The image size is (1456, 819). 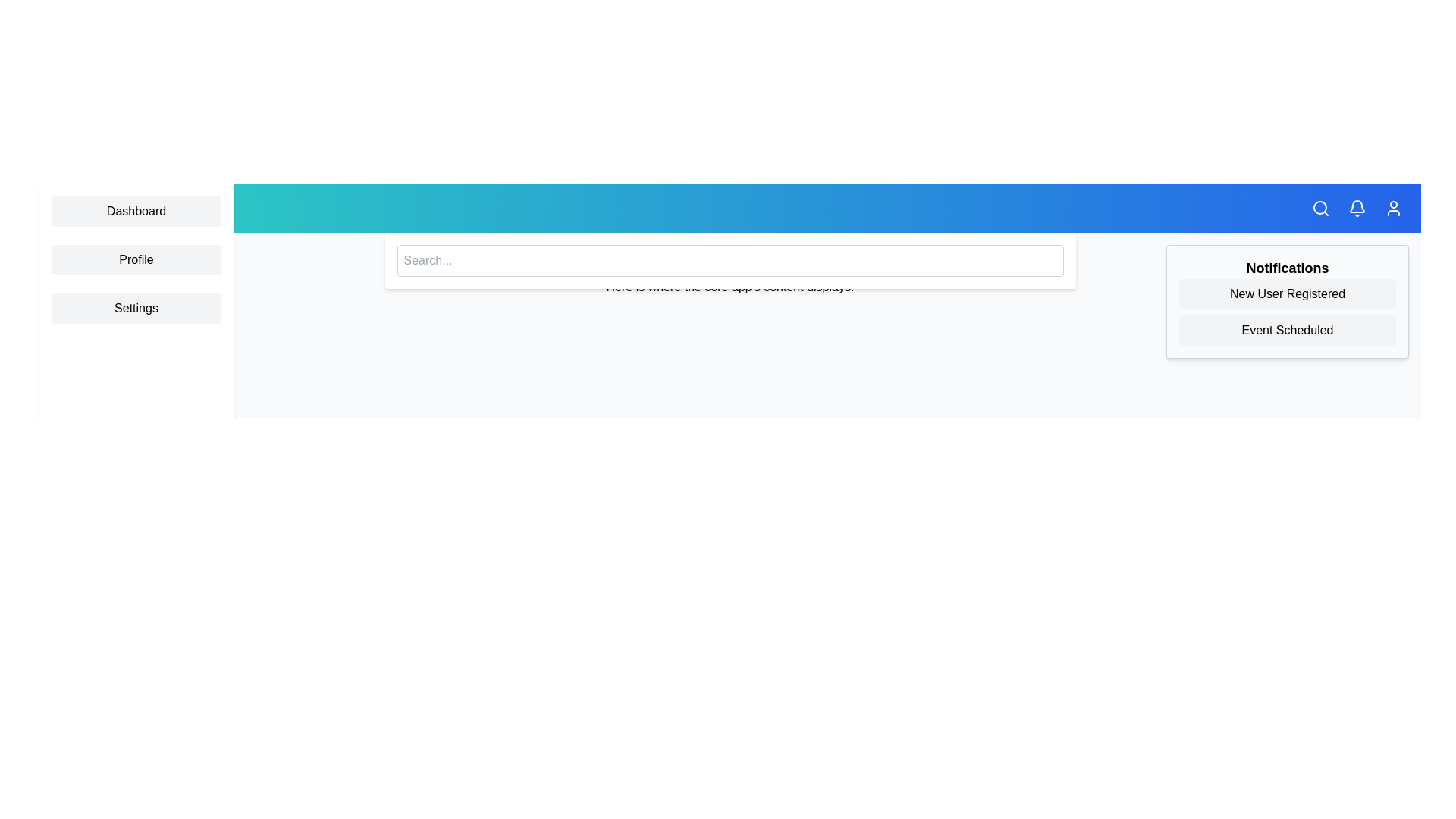 I want to click on the first Hyperlink button in the sidebar, so click(x=136, y=211).